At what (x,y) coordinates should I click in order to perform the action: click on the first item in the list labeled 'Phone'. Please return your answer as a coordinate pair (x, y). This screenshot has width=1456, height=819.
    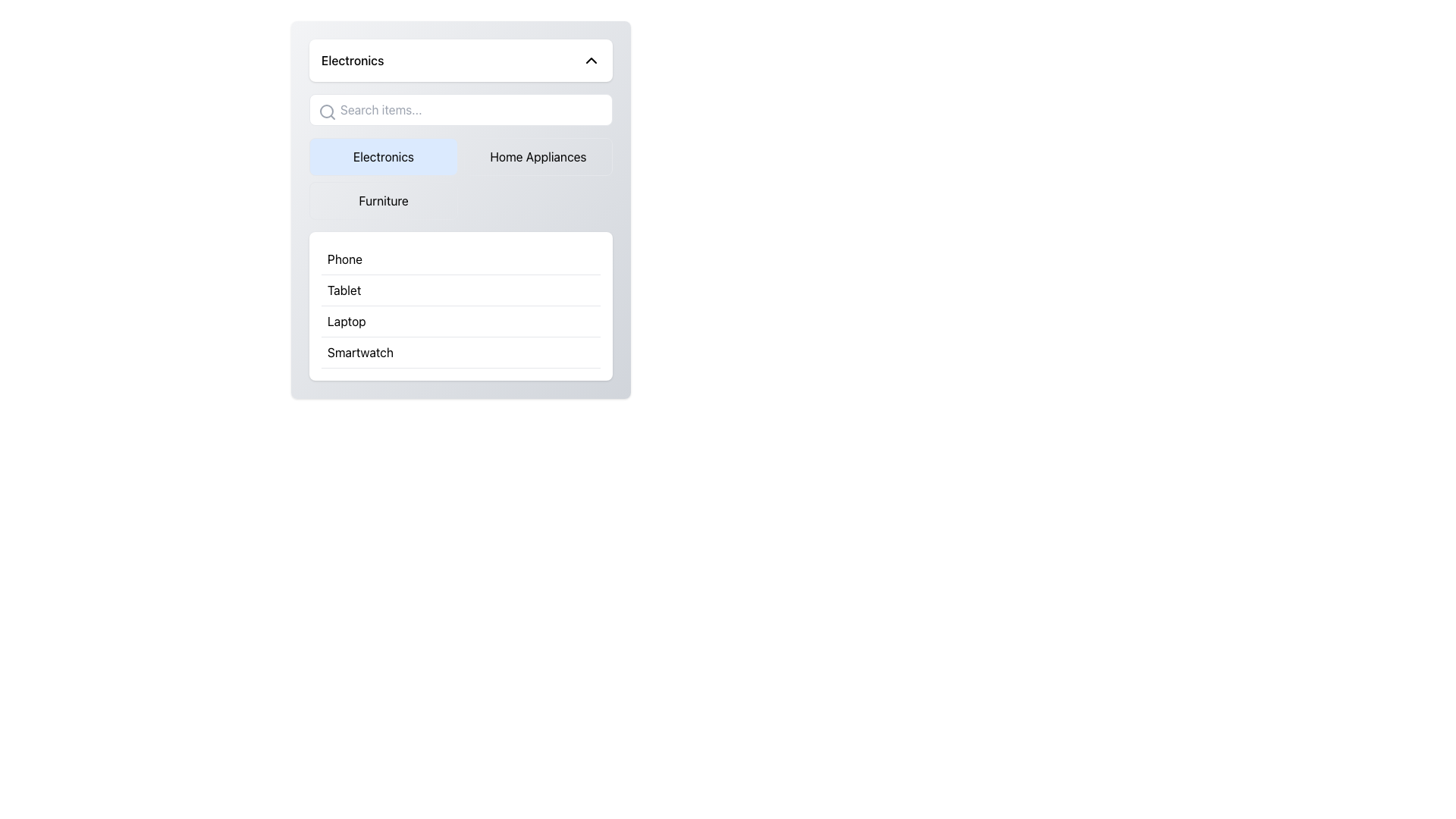
    Looking at the image, I should click on (460, 259).